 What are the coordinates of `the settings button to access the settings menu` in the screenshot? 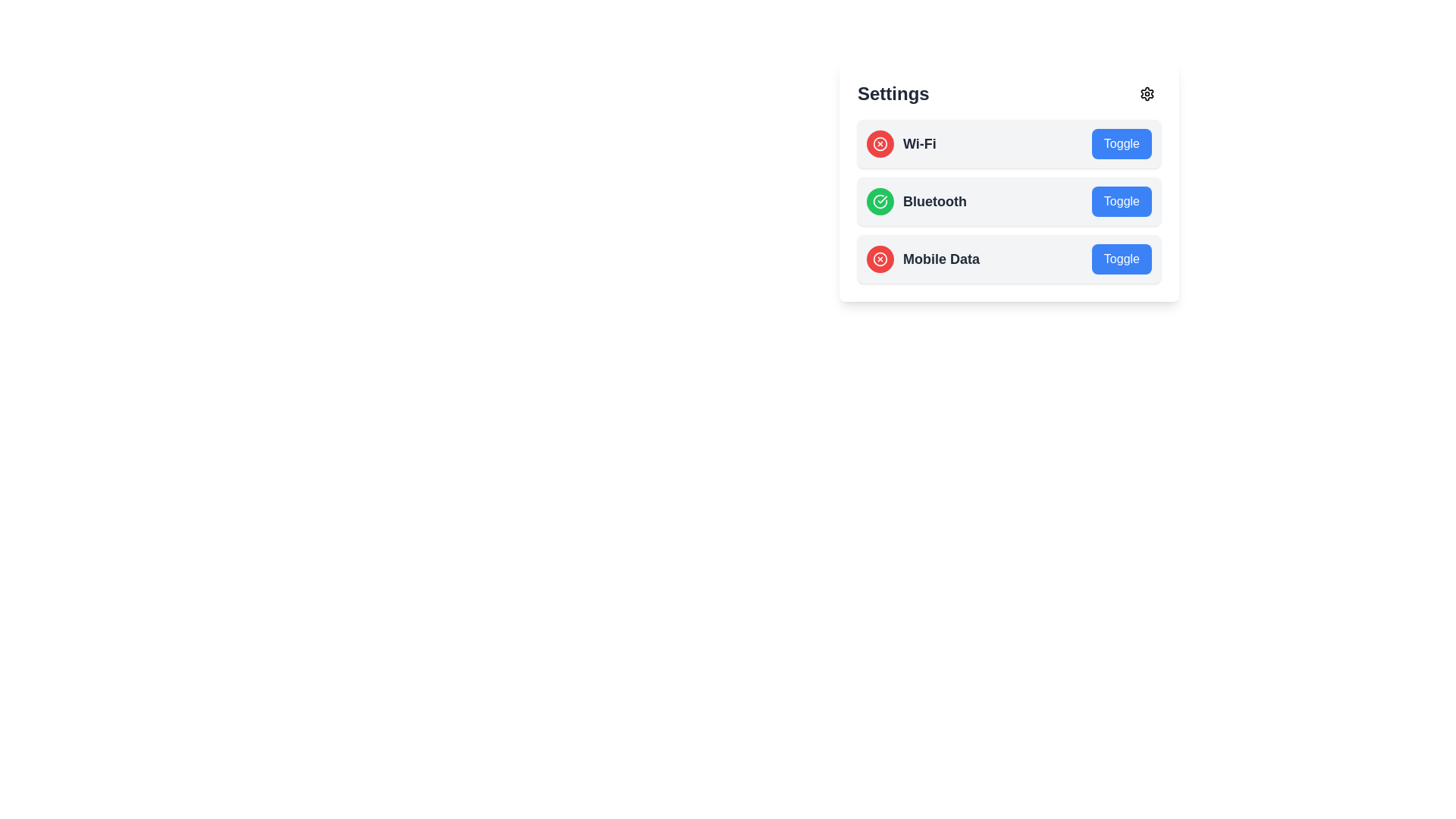 It's located at (1147, 93).